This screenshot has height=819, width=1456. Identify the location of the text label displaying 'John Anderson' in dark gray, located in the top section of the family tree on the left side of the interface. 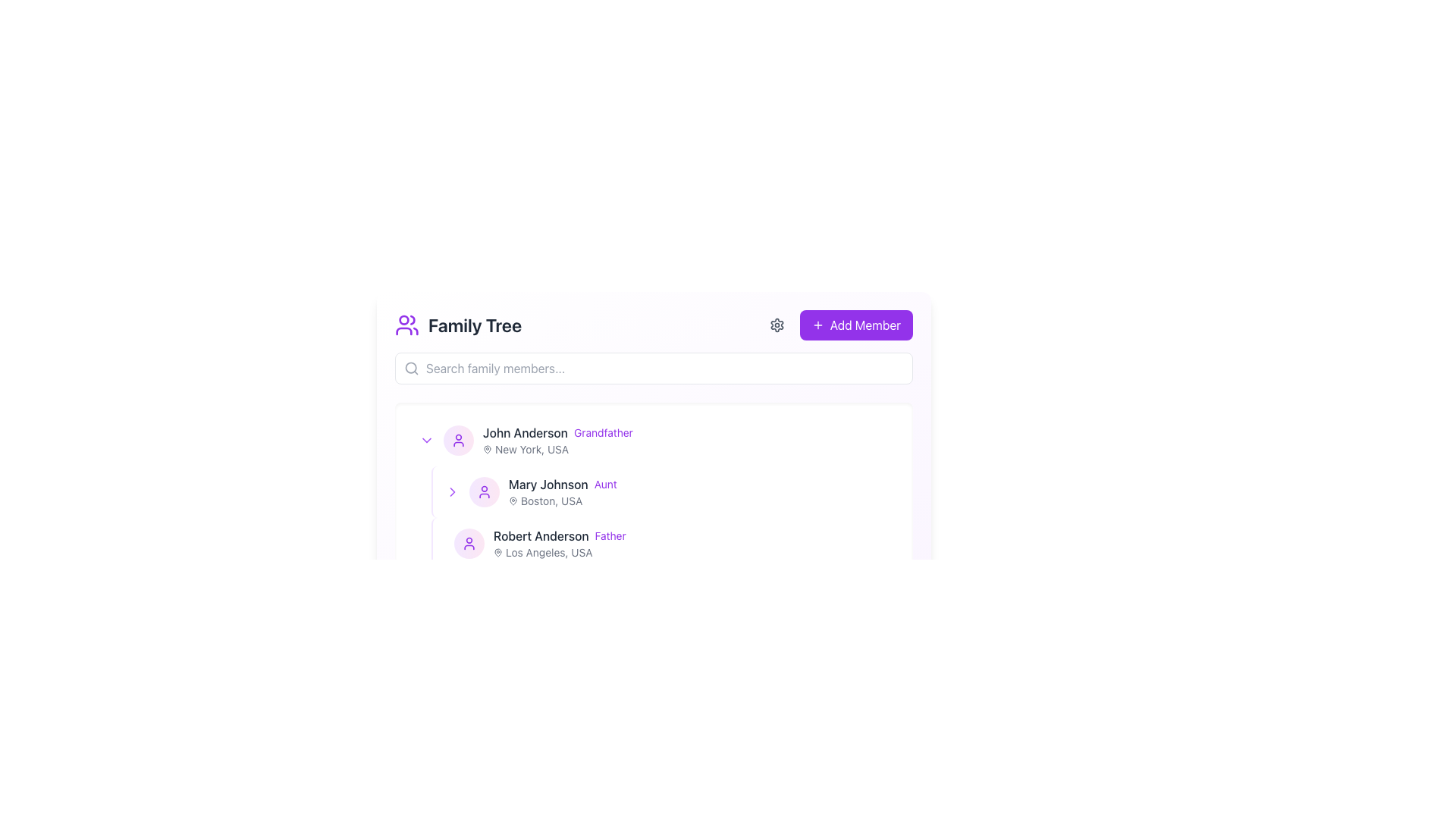
(525, 432).